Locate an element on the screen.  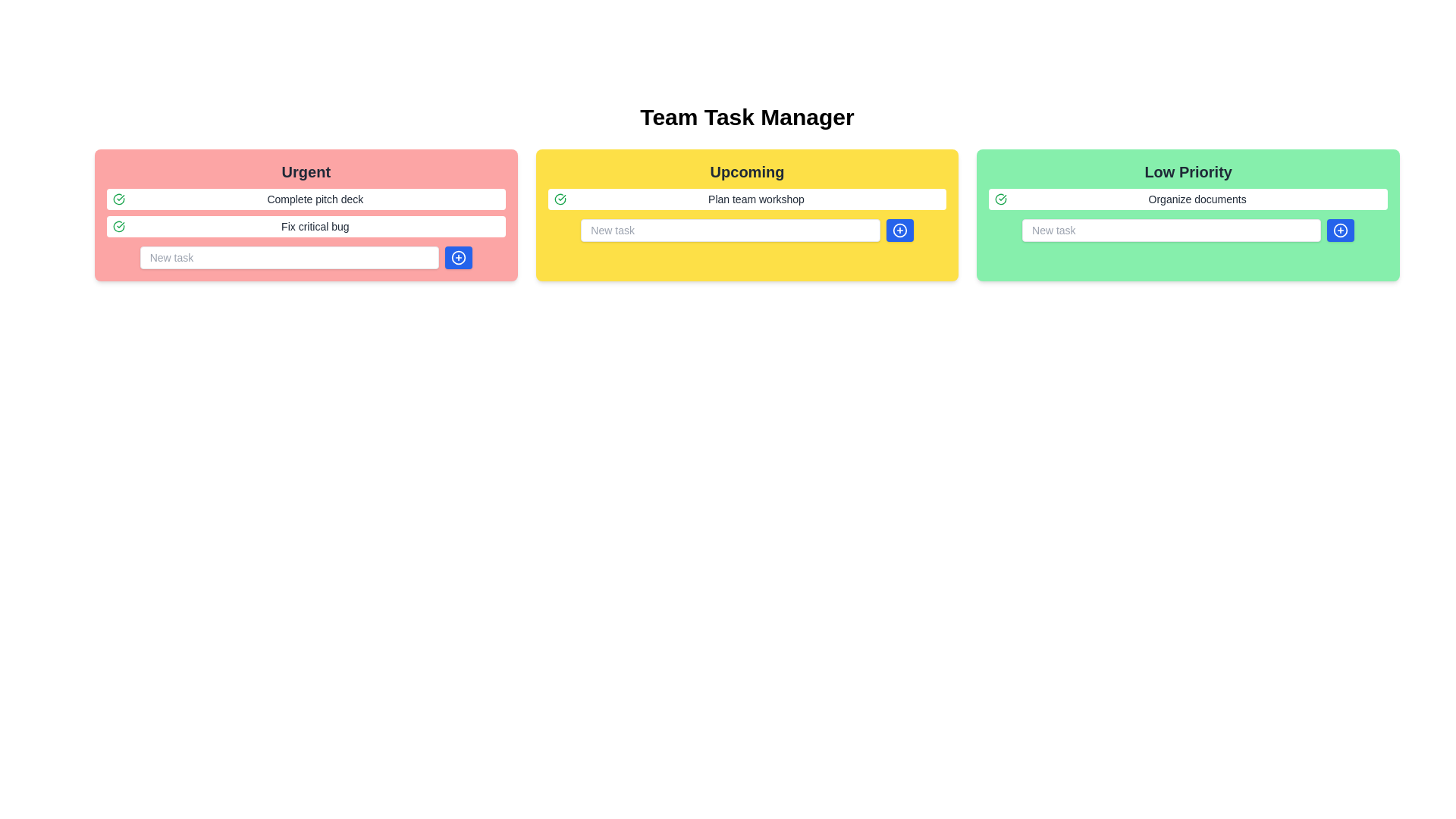
on the task item labeled 'Fix critical bug' located in the 'Urgent' section of the task board is located at coordinates (305, 227).